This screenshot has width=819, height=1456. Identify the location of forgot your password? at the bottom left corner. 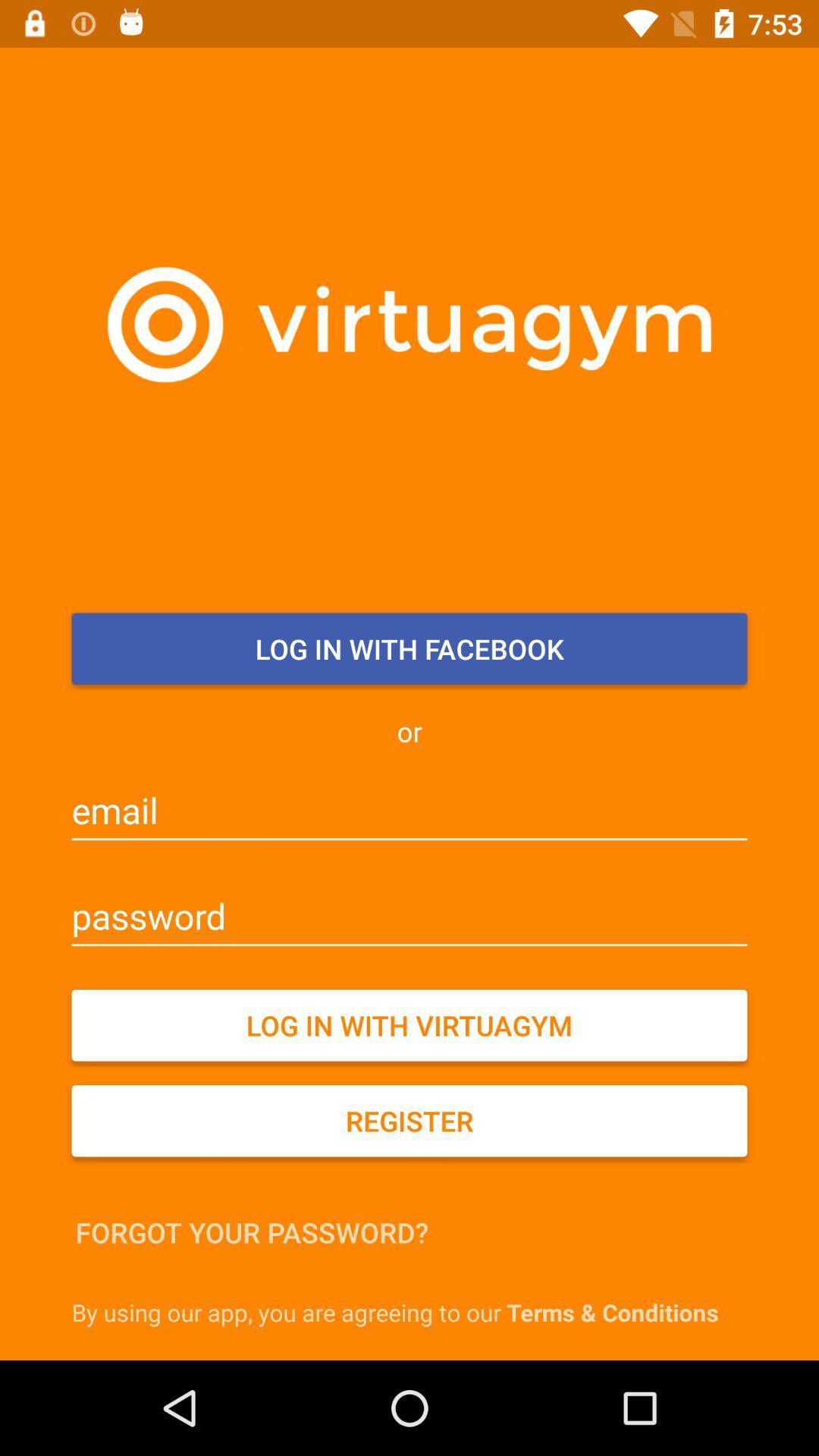
(251, 1232).